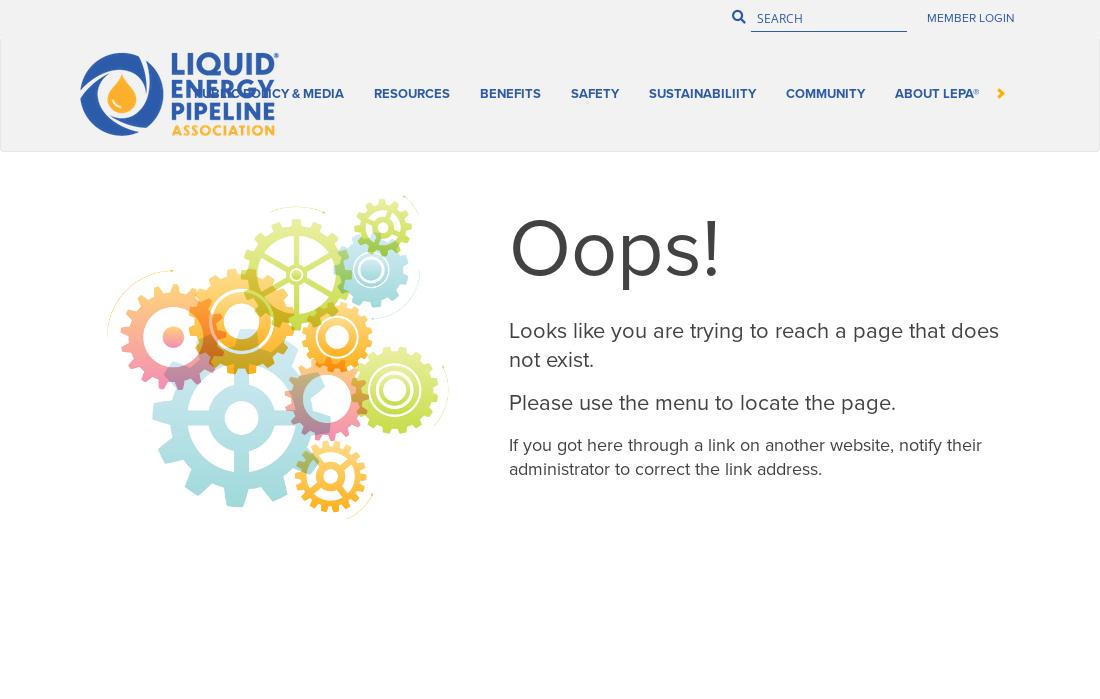 This screenshot has height=699, width=1100. Describe the element at coordinates (441, 87) in the screenshot. I see `'Public Policy & Media'` at that location.